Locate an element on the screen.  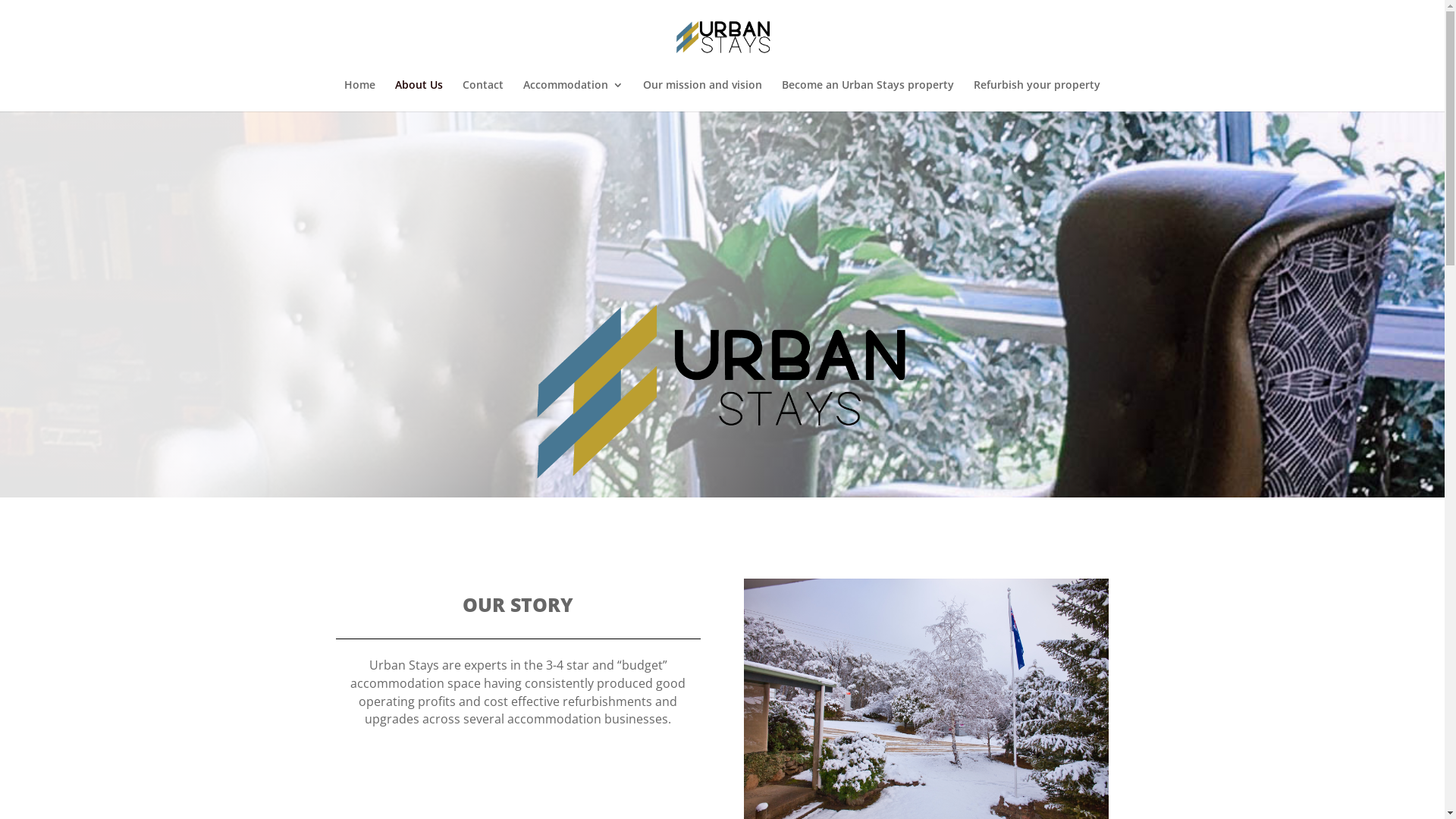
'Our mission and vision' is located at coordinates (701, 96).